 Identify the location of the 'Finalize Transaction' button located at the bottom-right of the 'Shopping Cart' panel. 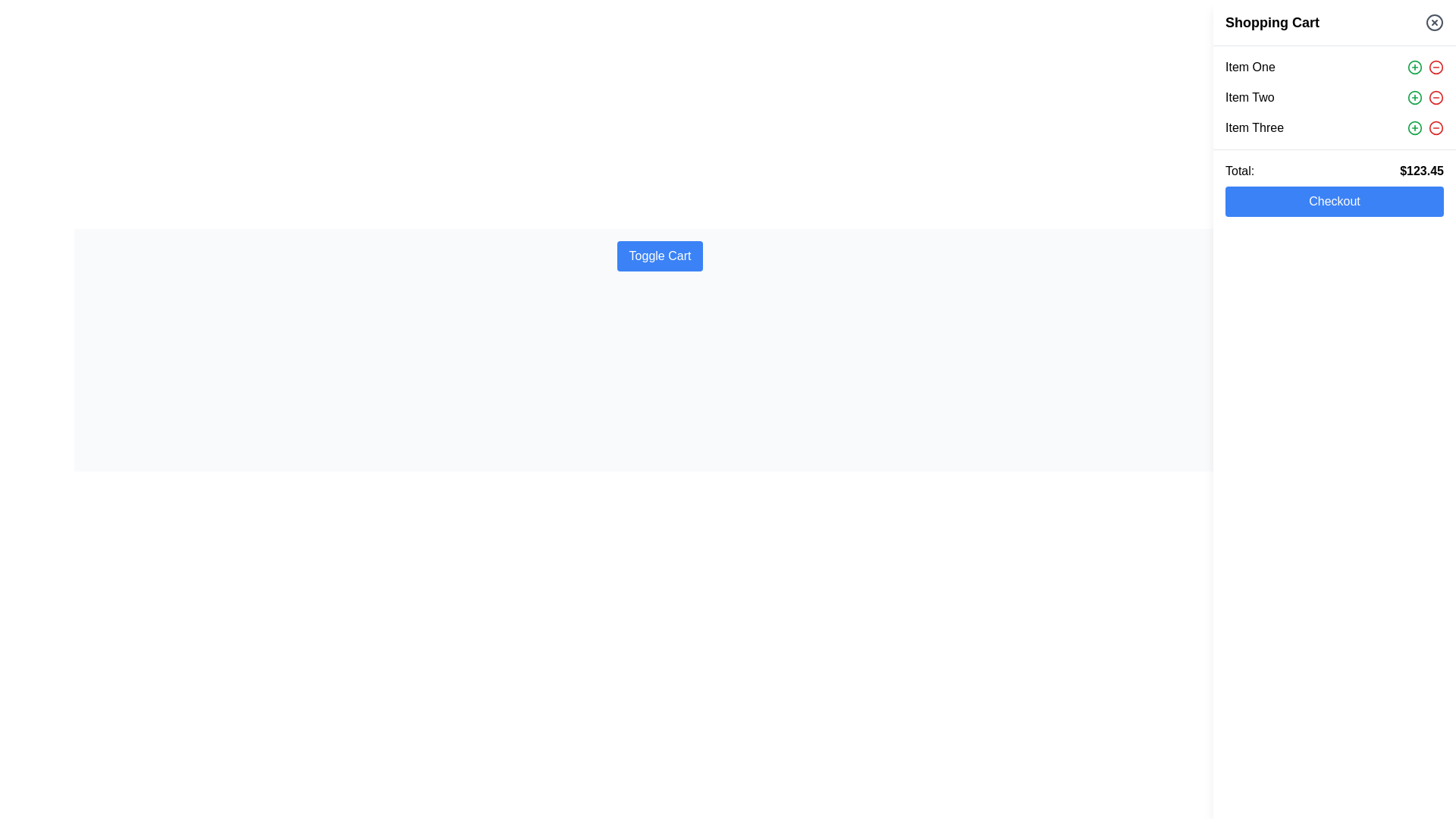
(1335, 201).